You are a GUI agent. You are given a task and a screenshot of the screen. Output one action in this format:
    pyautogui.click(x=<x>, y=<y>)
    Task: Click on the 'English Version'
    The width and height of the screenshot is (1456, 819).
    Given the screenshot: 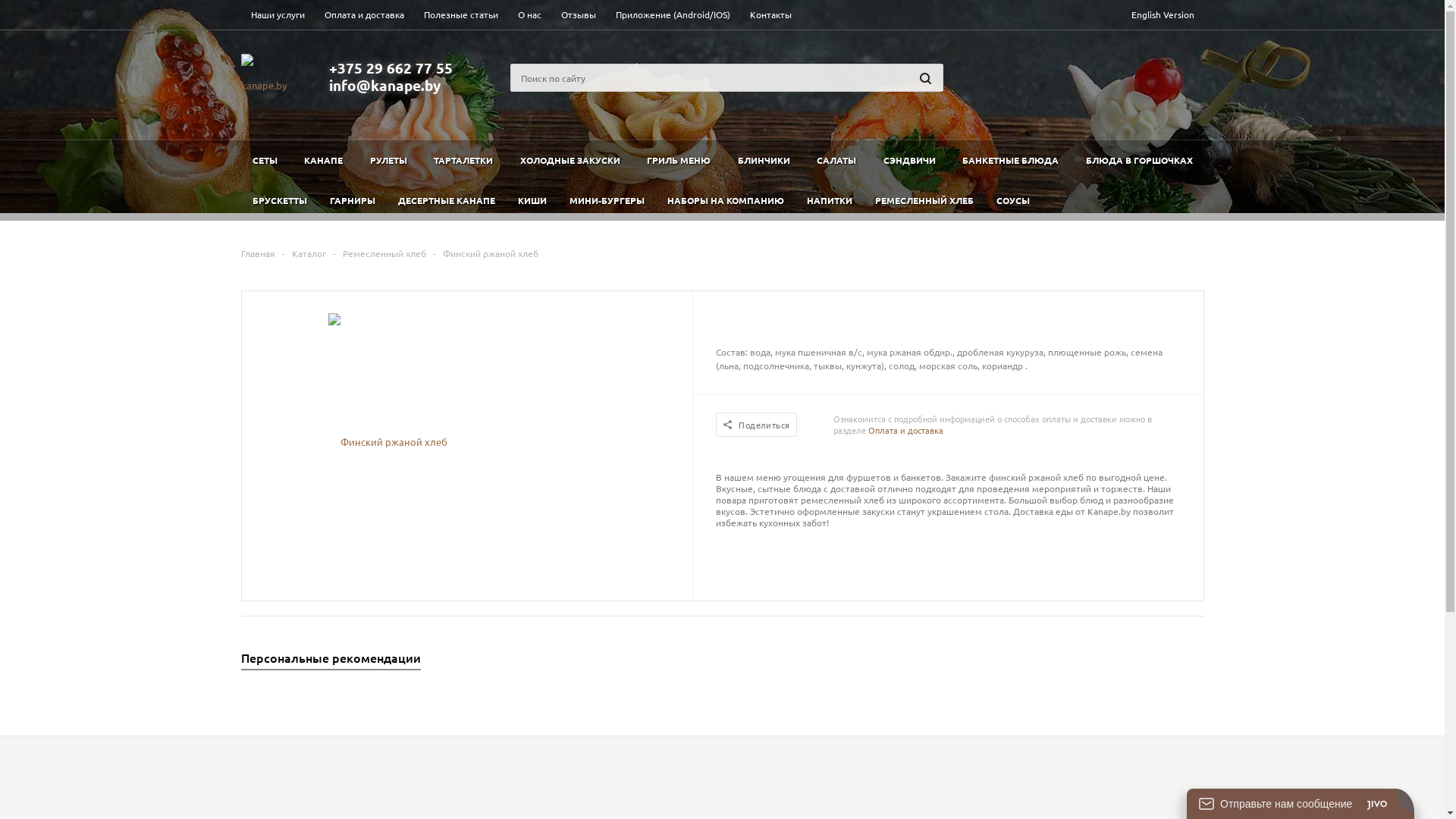 What is the action you would take?
    pyautogui.click(x=1161, y=15)
    